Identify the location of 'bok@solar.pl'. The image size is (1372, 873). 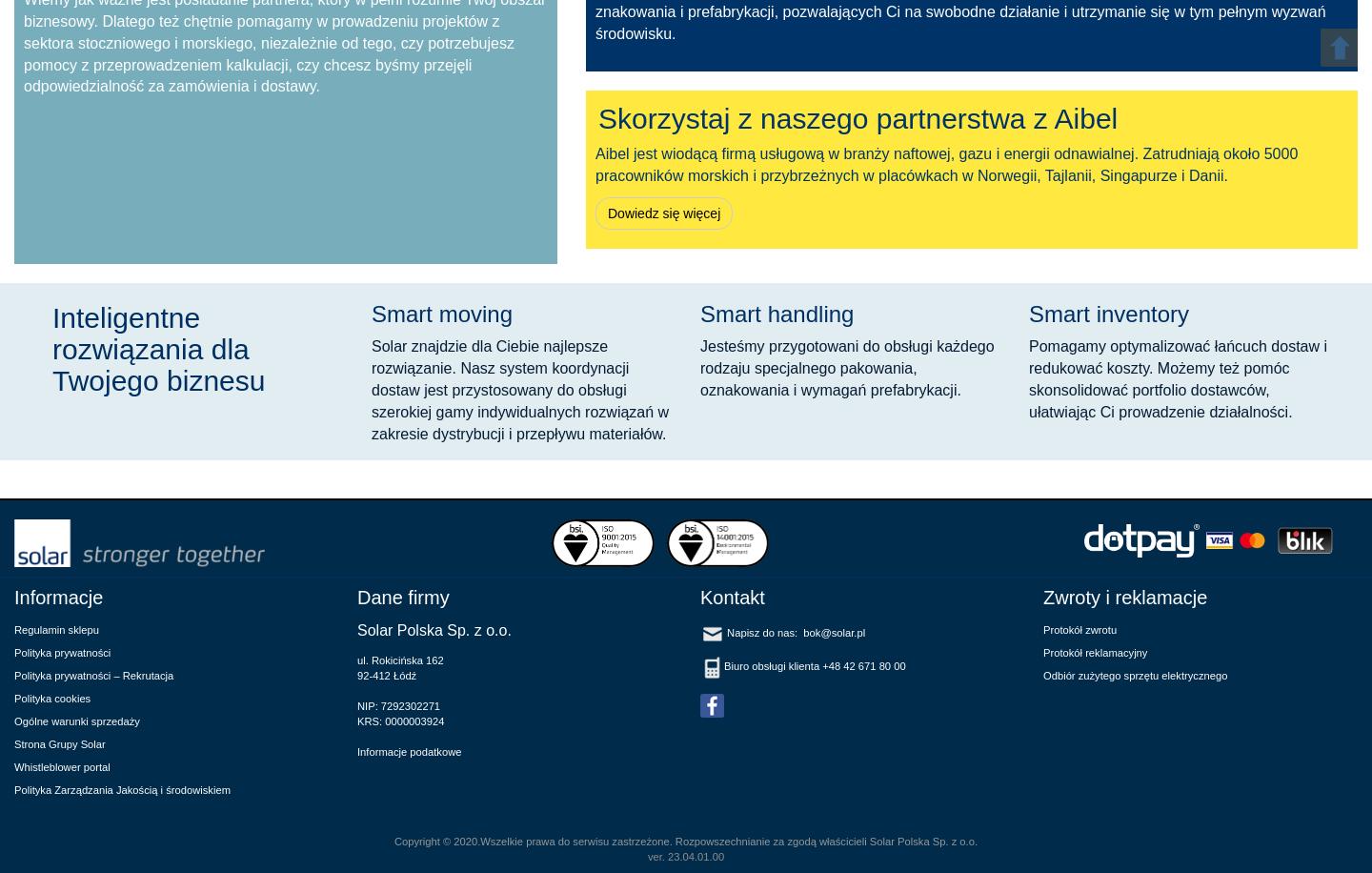
(831, 632).